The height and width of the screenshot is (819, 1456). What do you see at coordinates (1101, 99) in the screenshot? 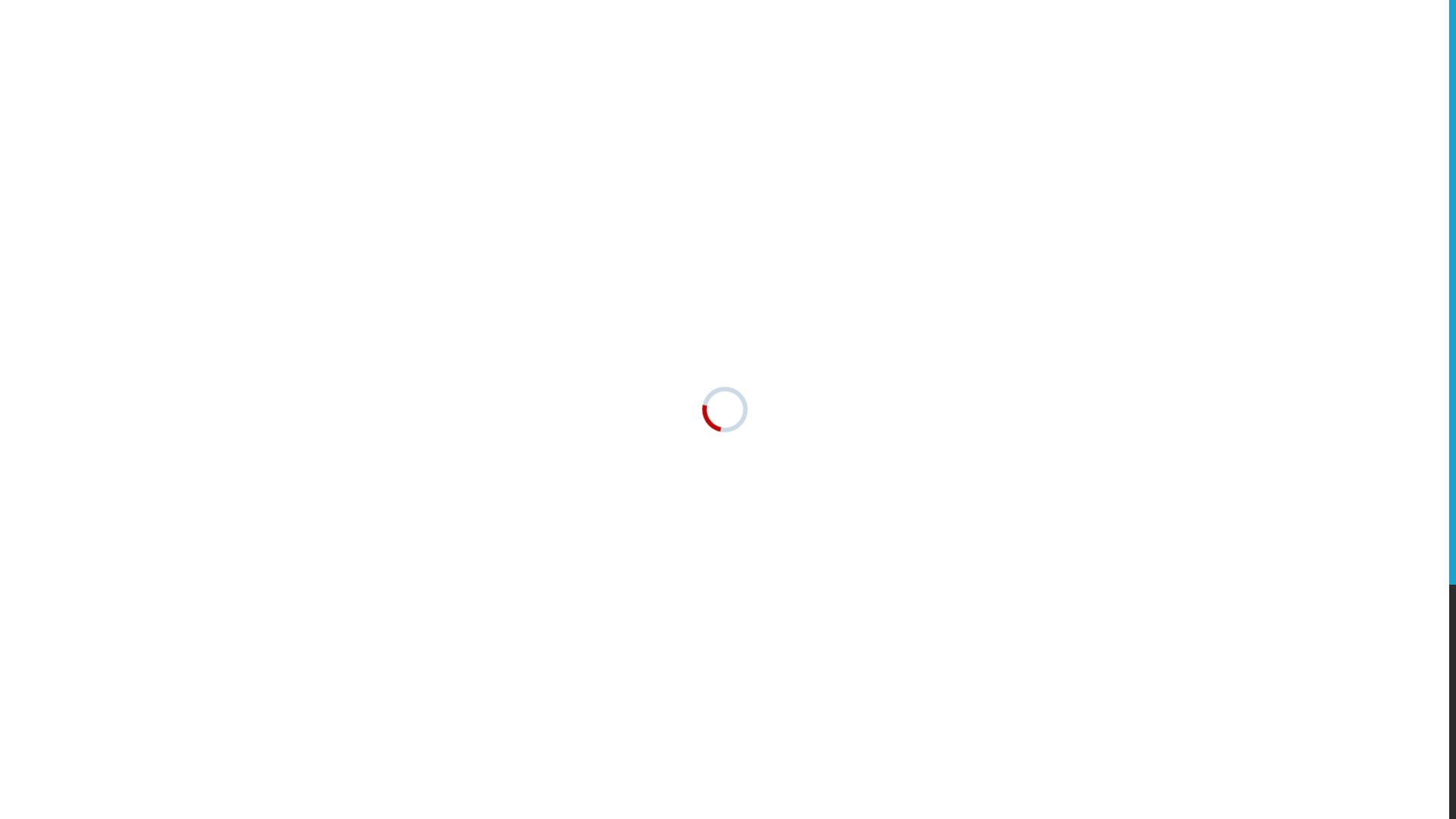
I see `'+375 29 675-62-00'` at bounding box center [1101, 99].